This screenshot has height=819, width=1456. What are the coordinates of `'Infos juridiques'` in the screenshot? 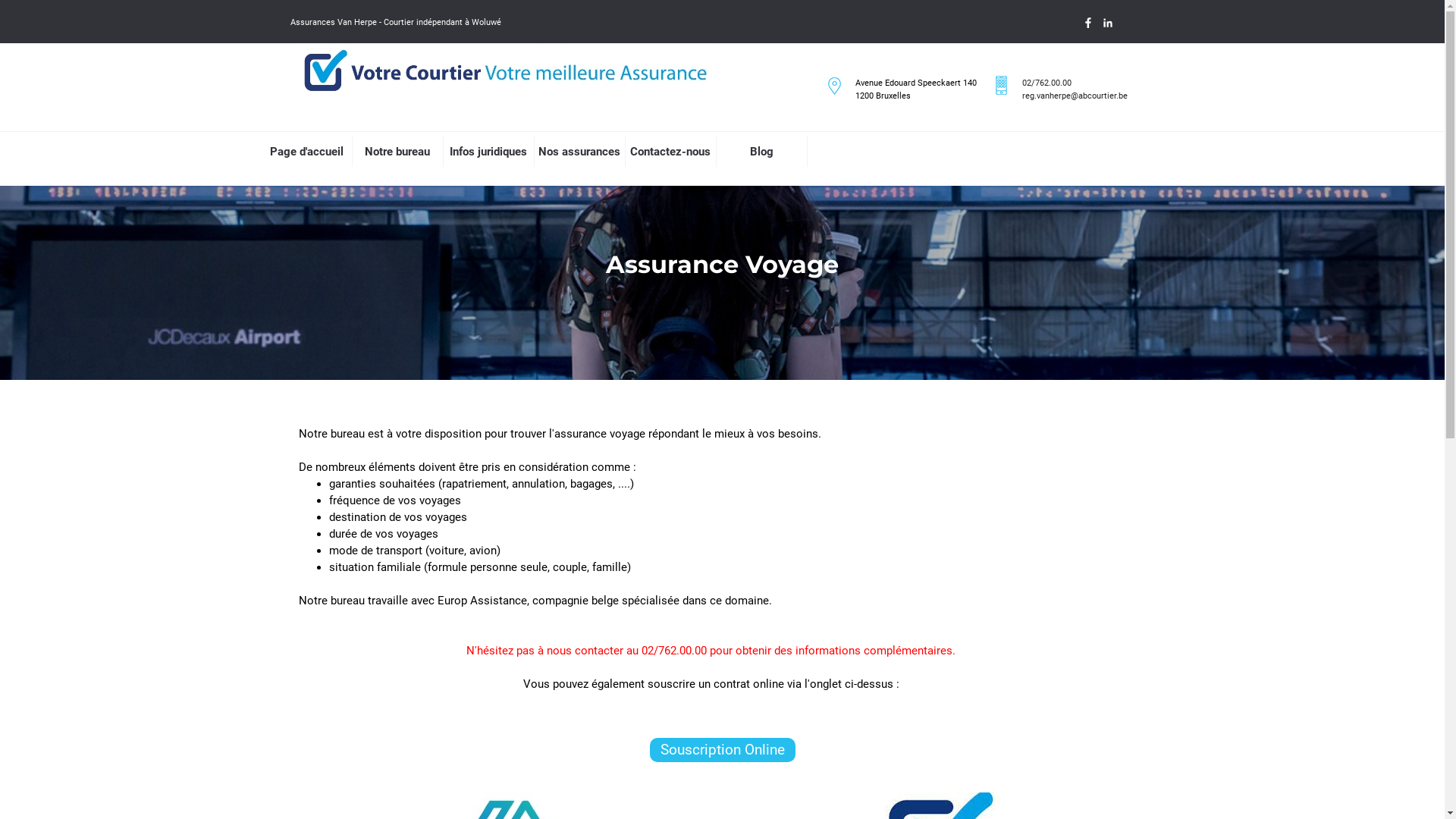 It's located at (488, 152).